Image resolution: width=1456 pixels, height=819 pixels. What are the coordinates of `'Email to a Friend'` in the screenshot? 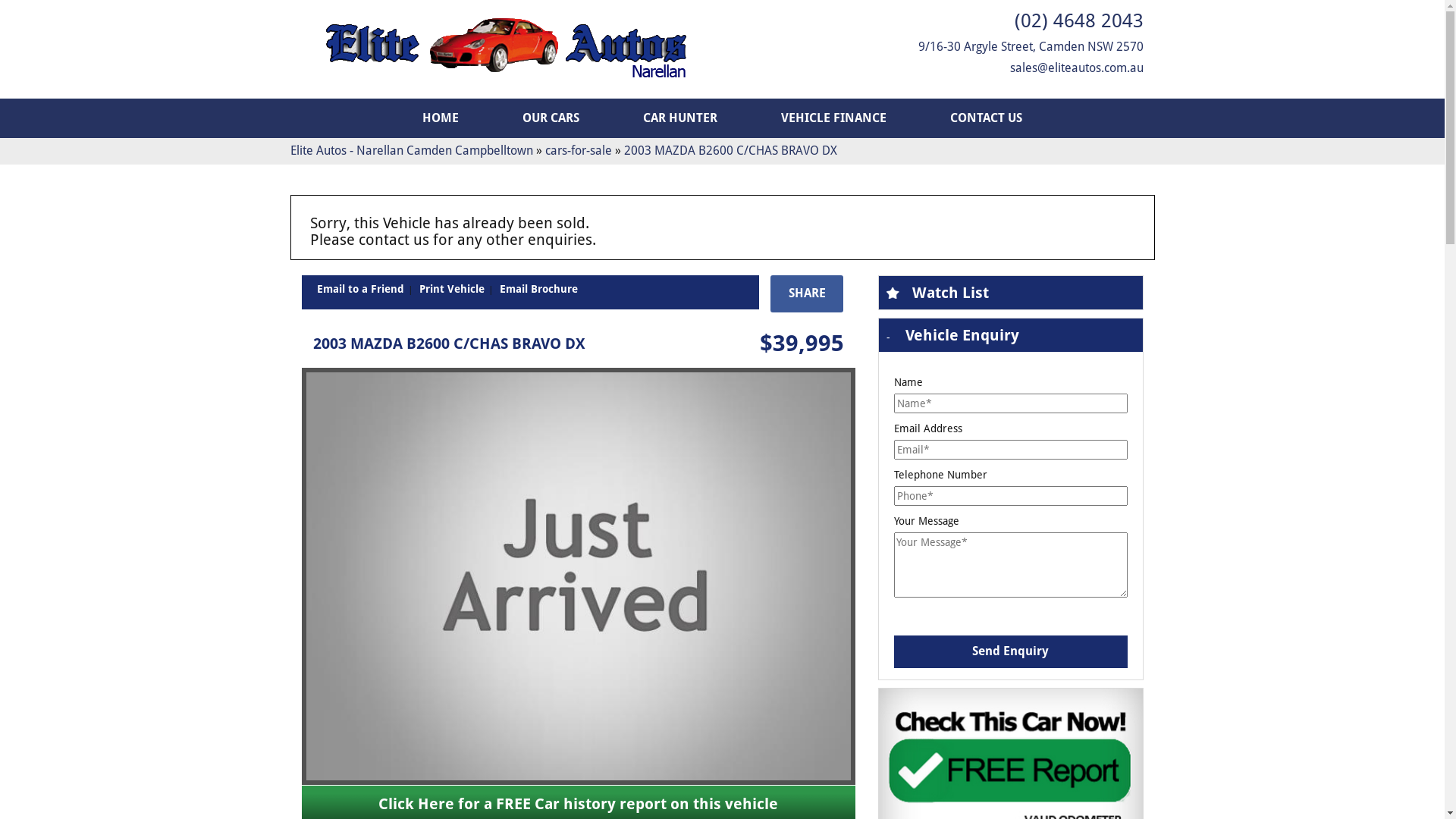 It's located at (359, 289).